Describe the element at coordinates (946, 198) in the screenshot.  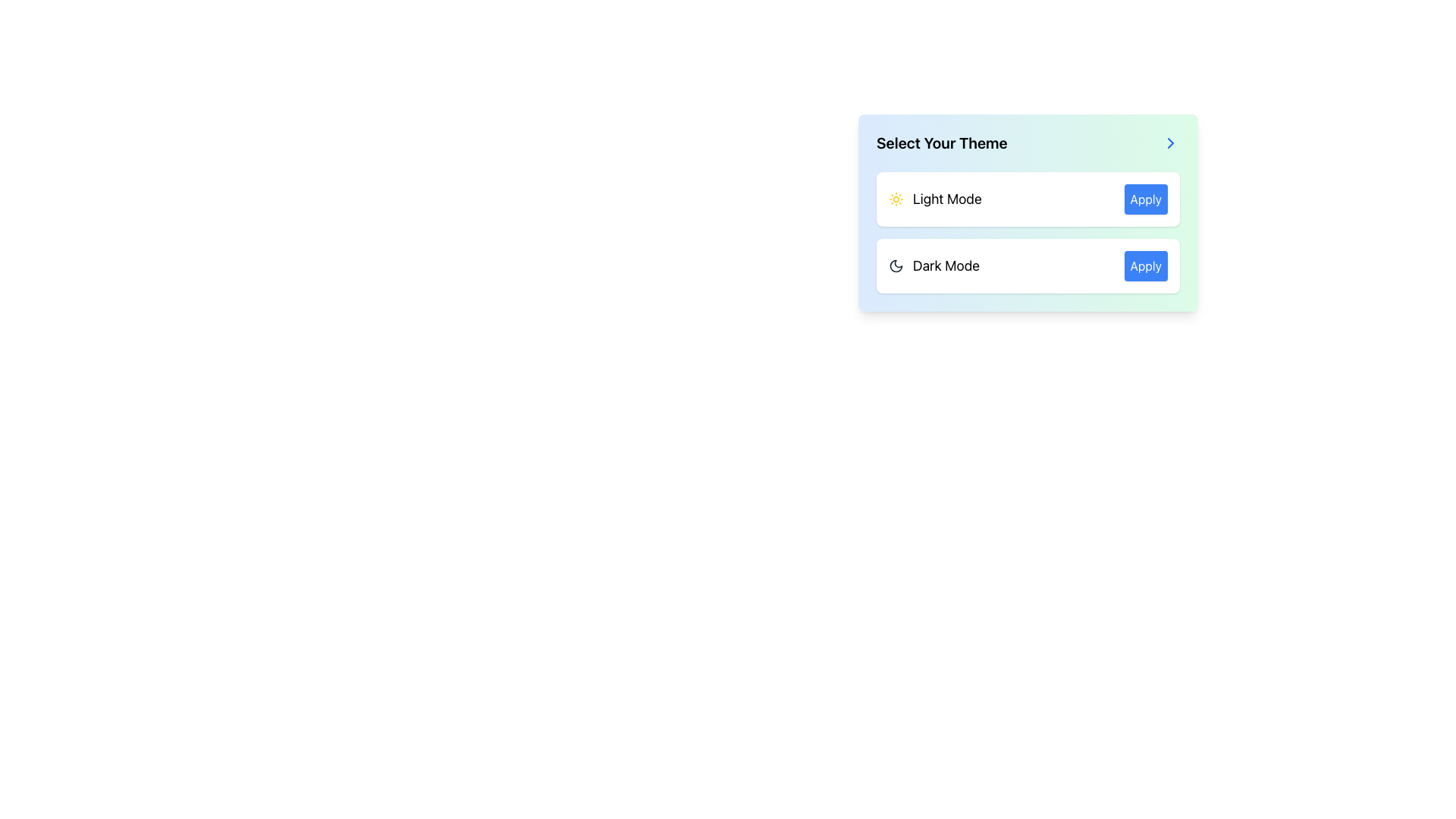
I see `the 'Light Mode' text label, which is bold and larger, located in the upper section of the 'Select Your Theme' panel, next to the sun icon` at that location.